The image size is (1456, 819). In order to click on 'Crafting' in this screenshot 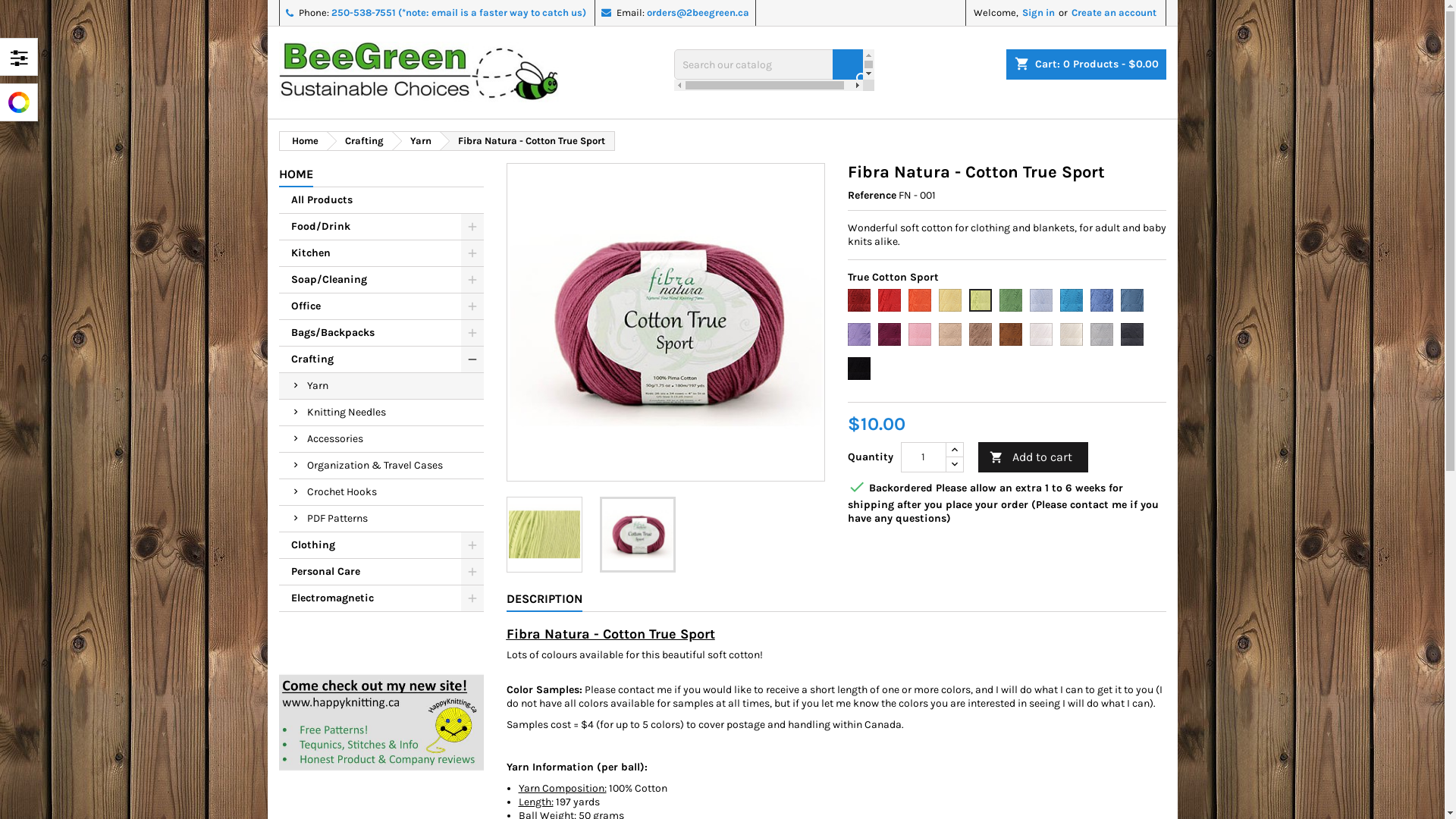, I will do `click(358, 140)`.